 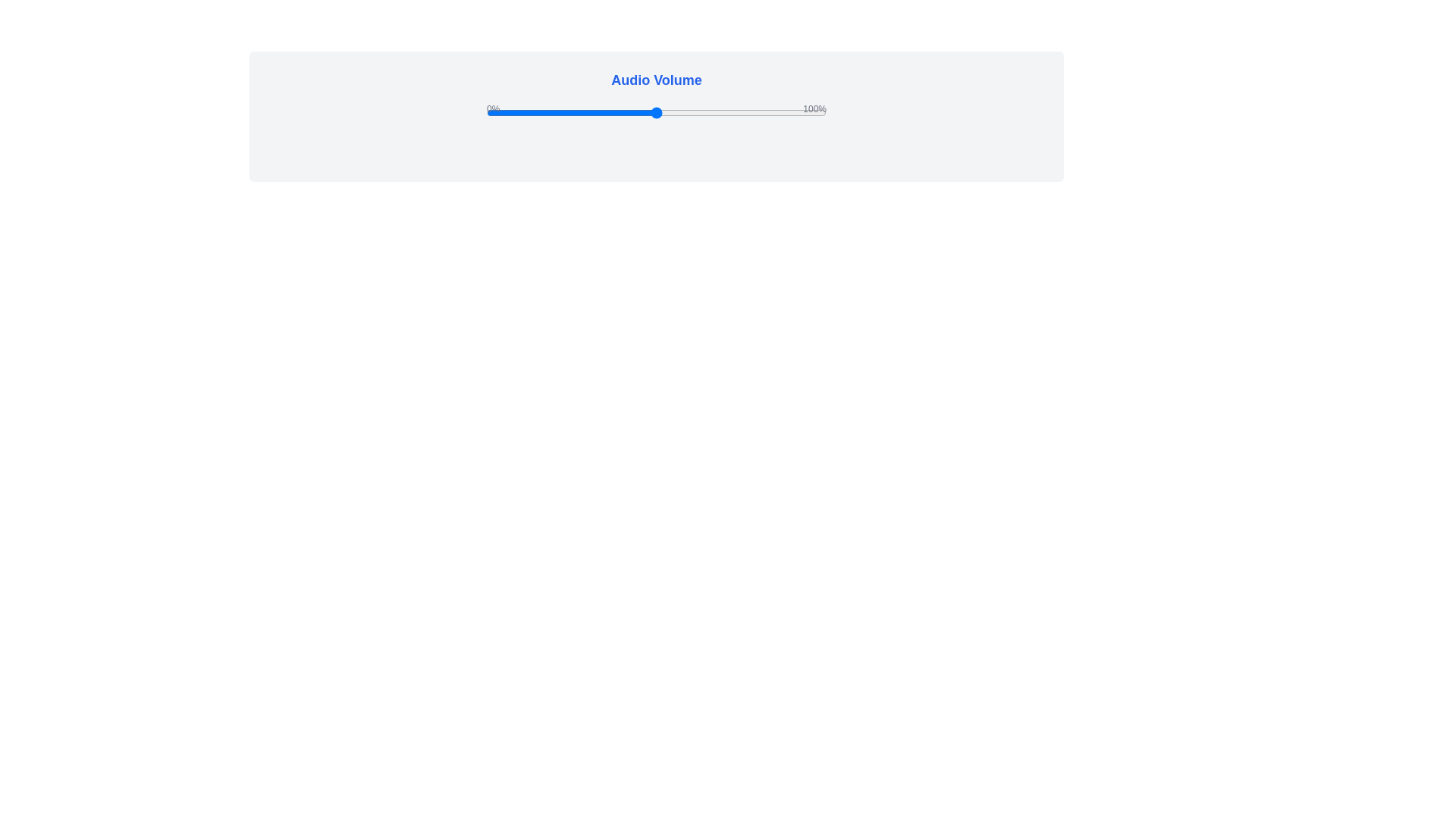 What do you see at coordinates (696, 112) in the screenshot?
I see `the audio volume` at bounding box center [696, 112].